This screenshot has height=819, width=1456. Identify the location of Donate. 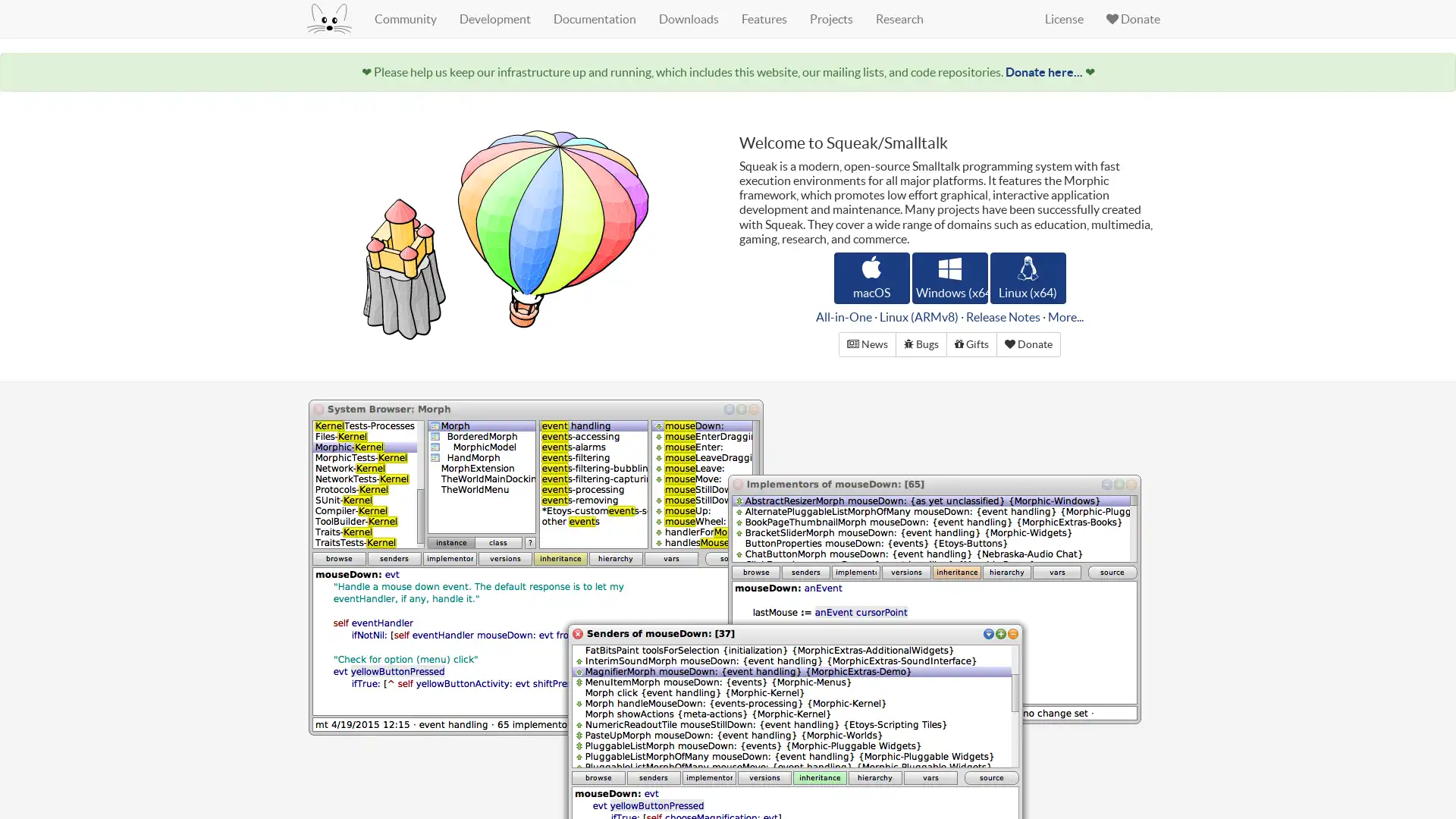
(1028, 344).